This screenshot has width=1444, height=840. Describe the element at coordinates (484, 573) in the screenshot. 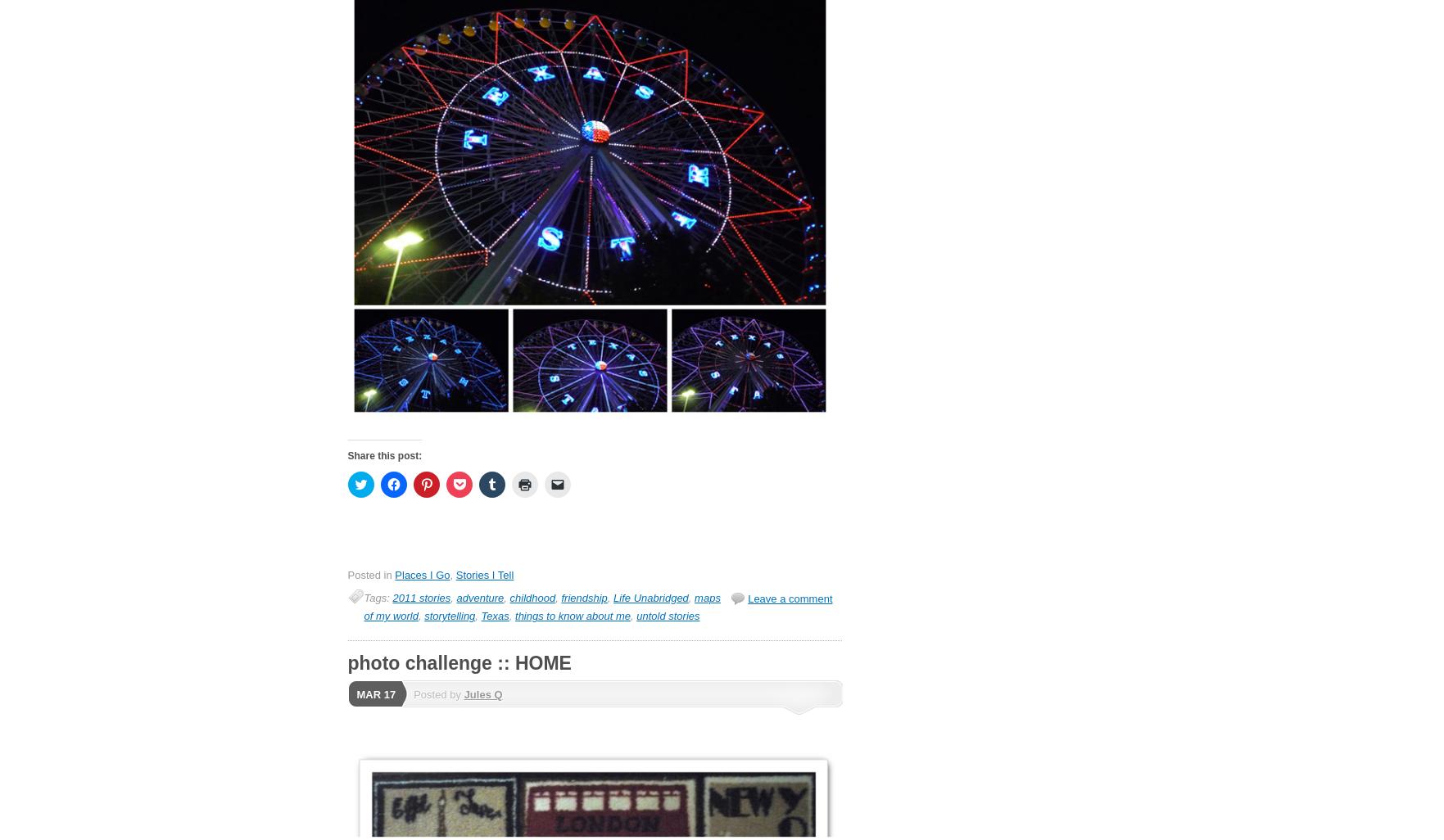

I see `'Stories I Tell'` at that location.